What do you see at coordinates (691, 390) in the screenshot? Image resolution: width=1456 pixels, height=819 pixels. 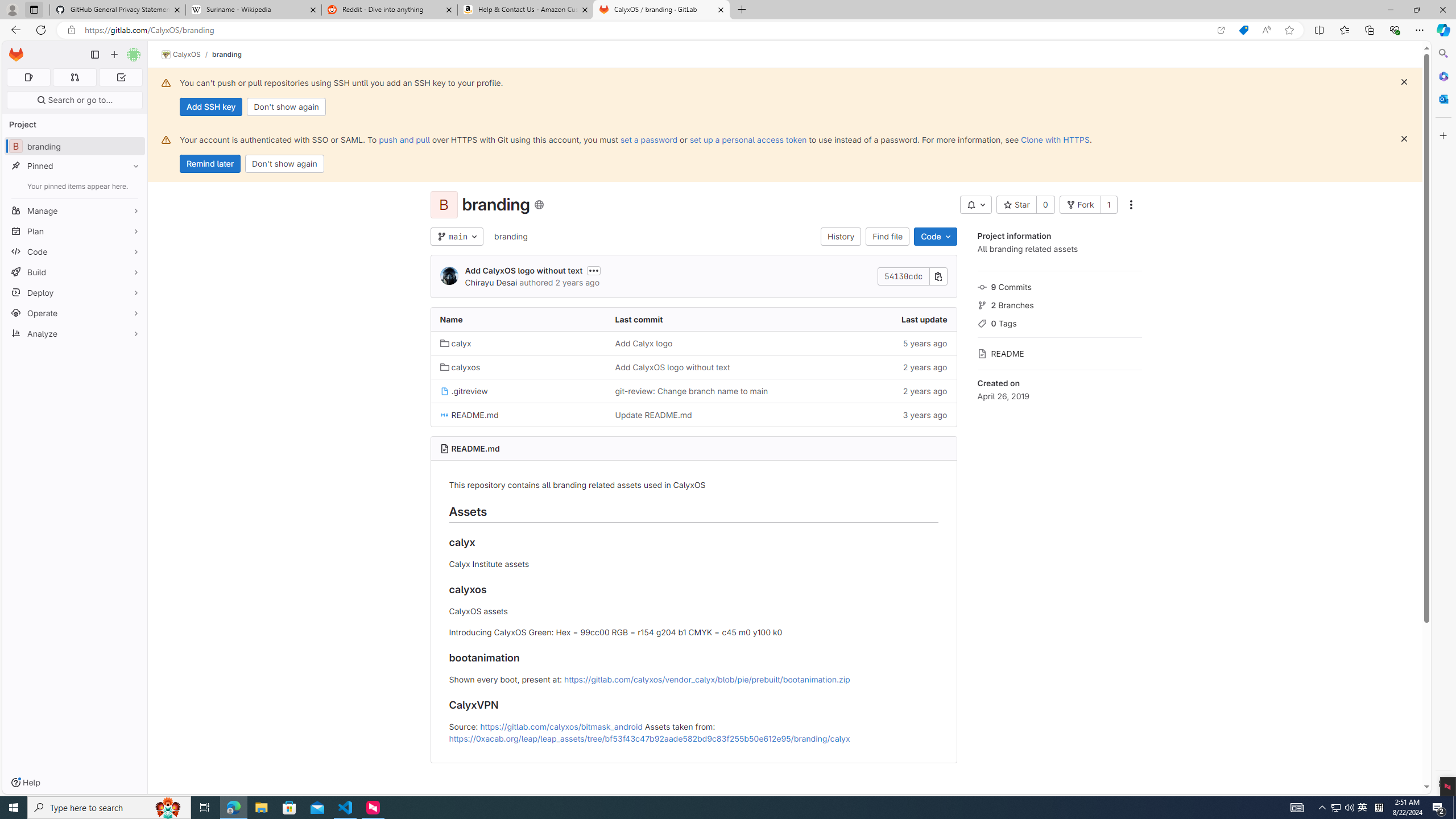 I see `'git-review: Change branch name to main'` at bounding box center [691, 390].